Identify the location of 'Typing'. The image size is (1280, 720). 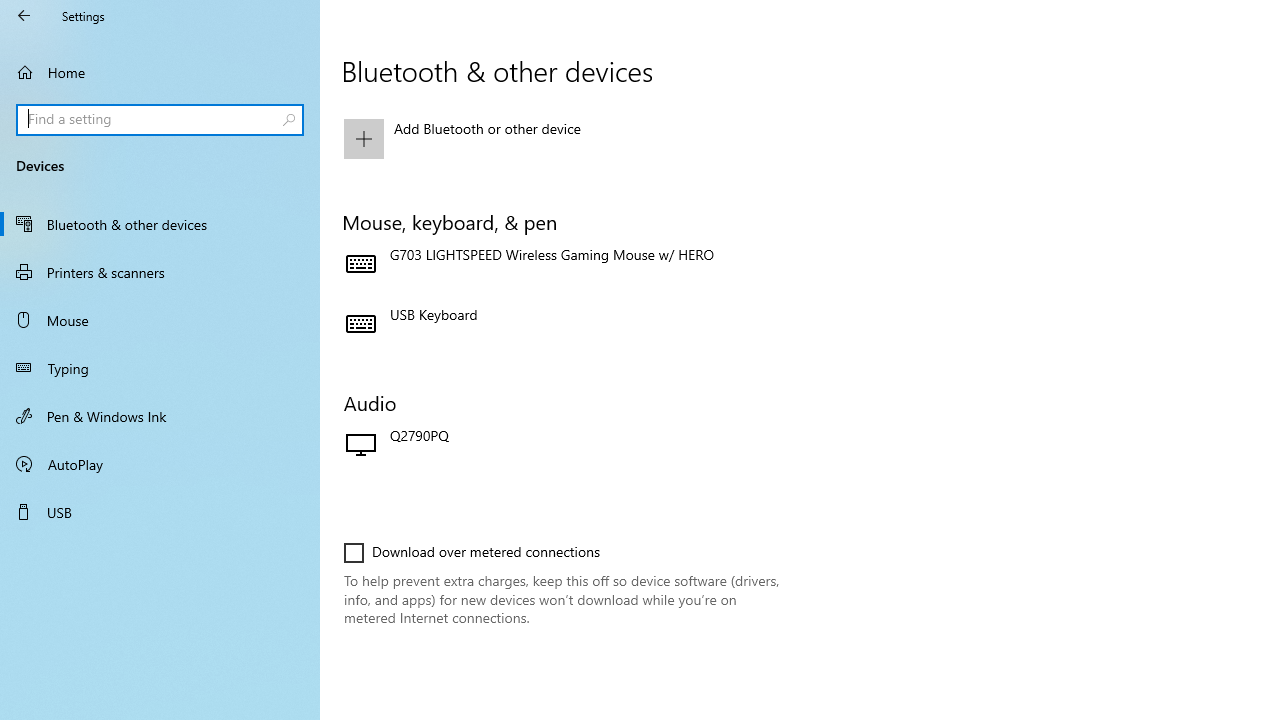
(160, 367).